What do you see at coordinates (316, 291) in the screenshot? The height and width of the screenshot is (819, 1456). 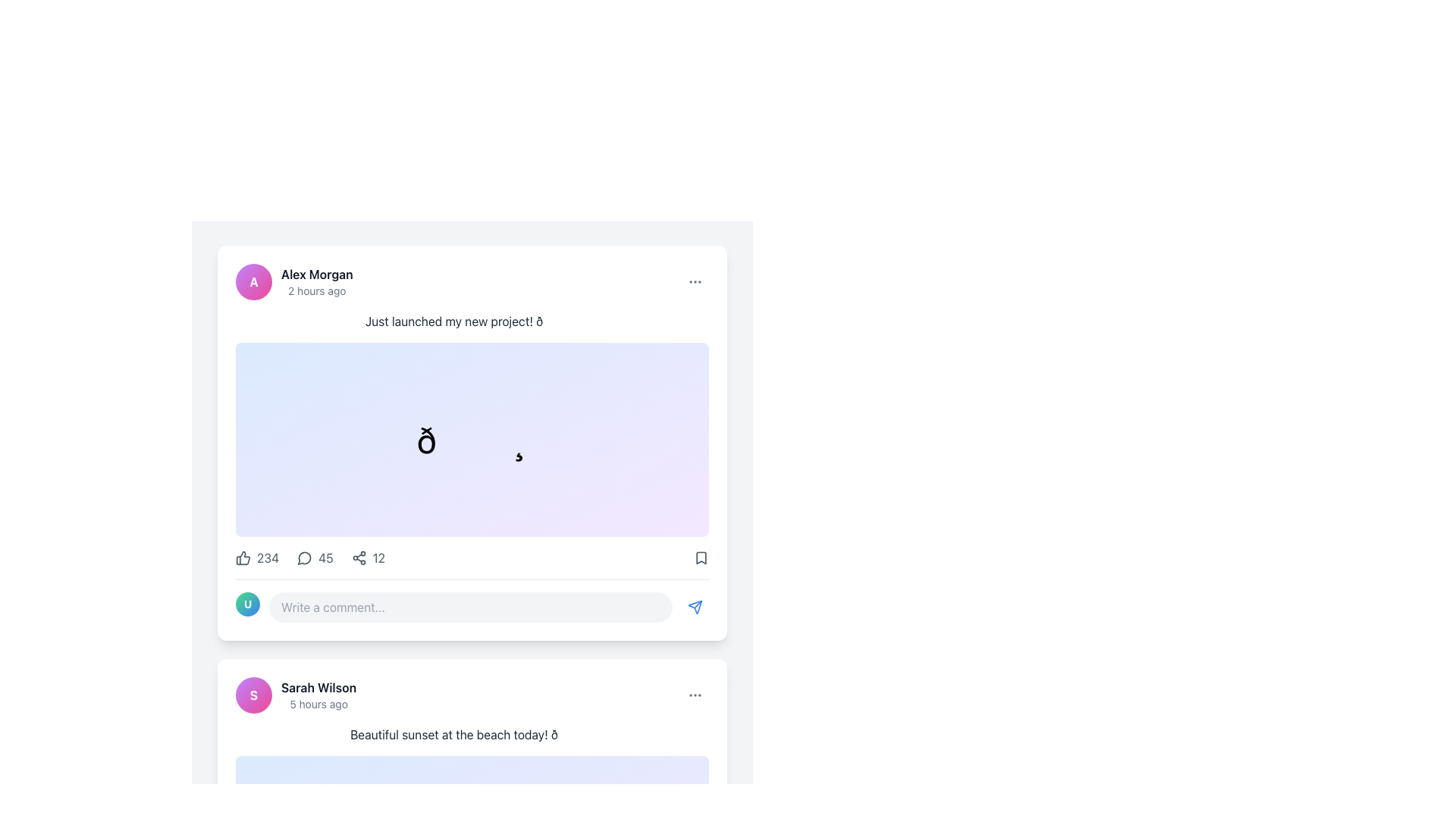 I see `the Text label displaying '2 hours ago', which is located below the name 'Alex Morgan'` at bounding box center [316, 291].